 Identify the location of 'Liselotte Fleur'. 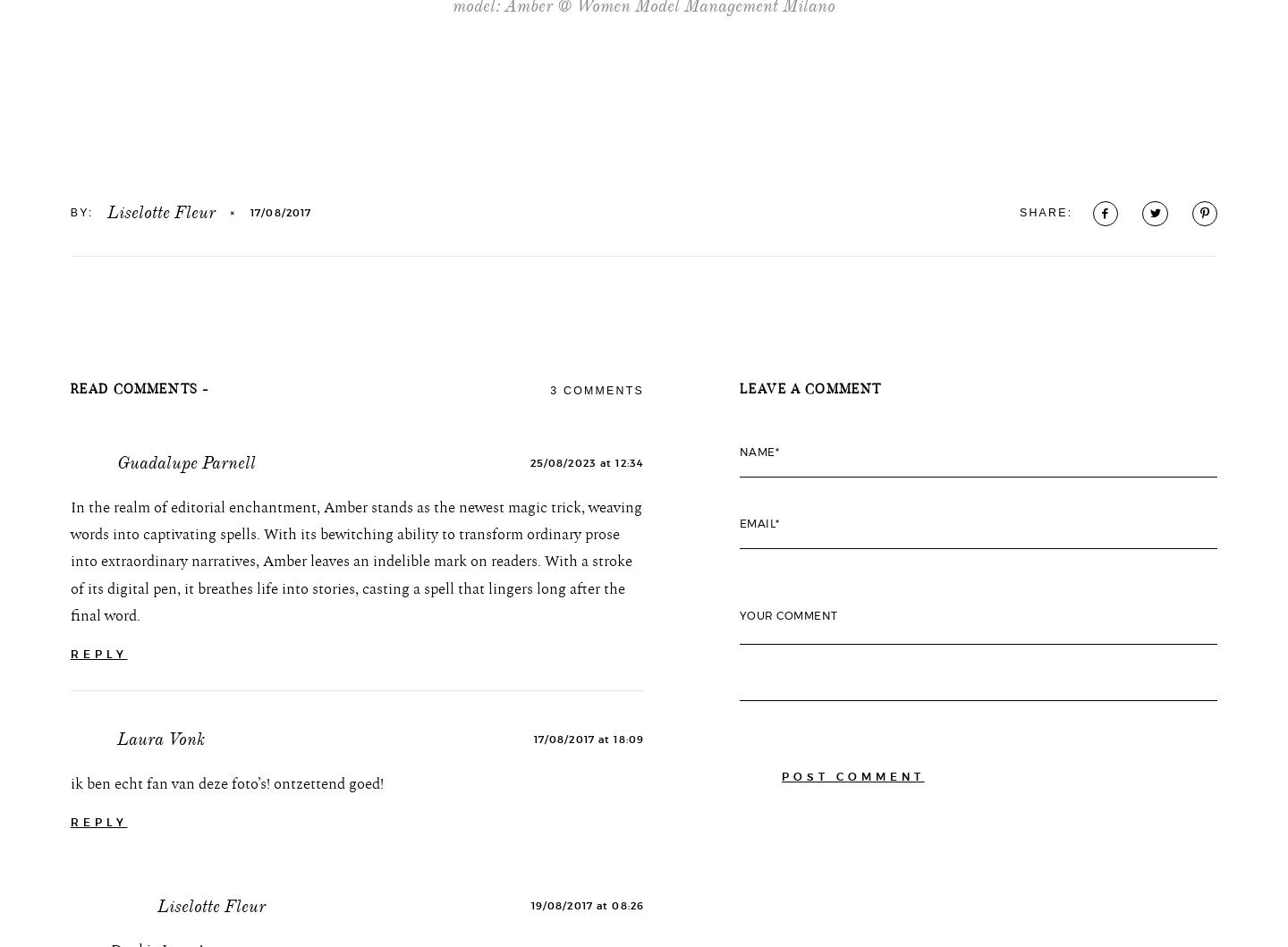
(160, 332).